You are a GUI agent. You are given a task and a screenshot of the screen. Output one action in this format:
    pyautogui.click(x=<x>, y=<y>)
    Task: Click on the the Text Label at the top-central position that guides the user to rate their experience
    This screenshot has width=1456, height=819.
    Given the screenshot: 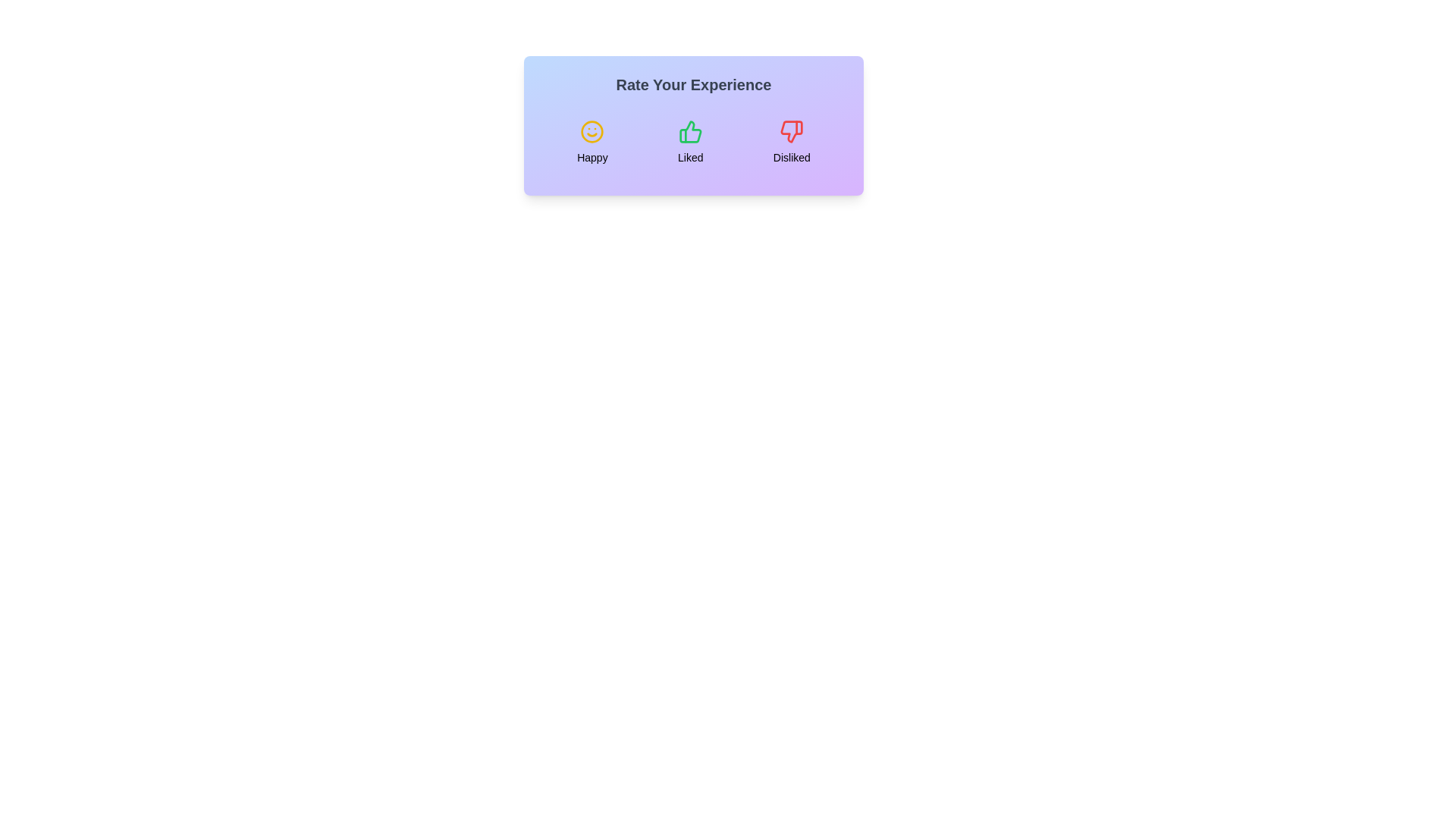 What is the action you would take?
    pyautogui.click(x=693, y=84)
    